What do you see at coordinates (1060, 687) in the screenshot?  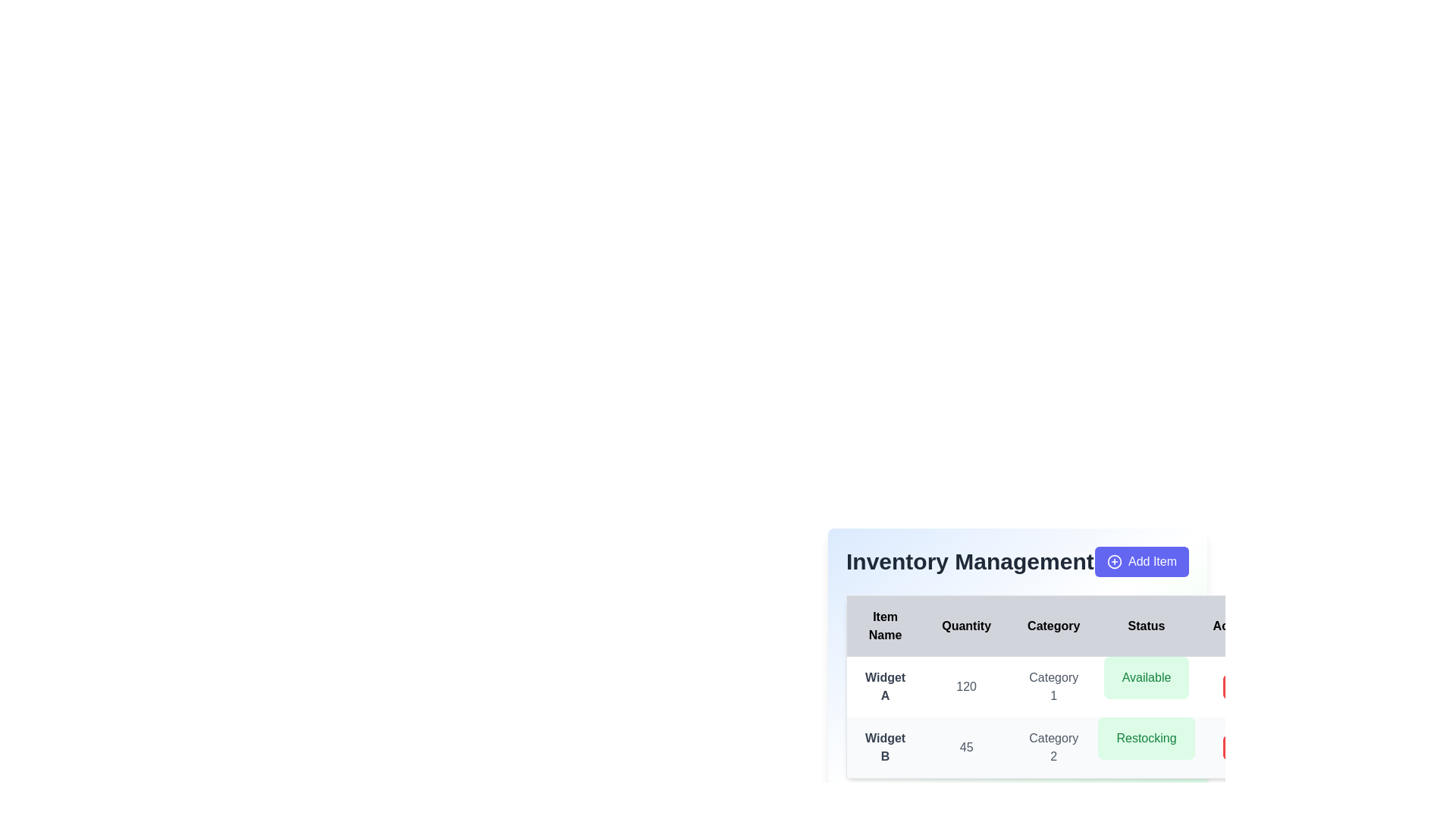 I see `text within each cell of the inventory items data table located centrally below the 'Inventory Management' header` at bounding box center [1060, 687].